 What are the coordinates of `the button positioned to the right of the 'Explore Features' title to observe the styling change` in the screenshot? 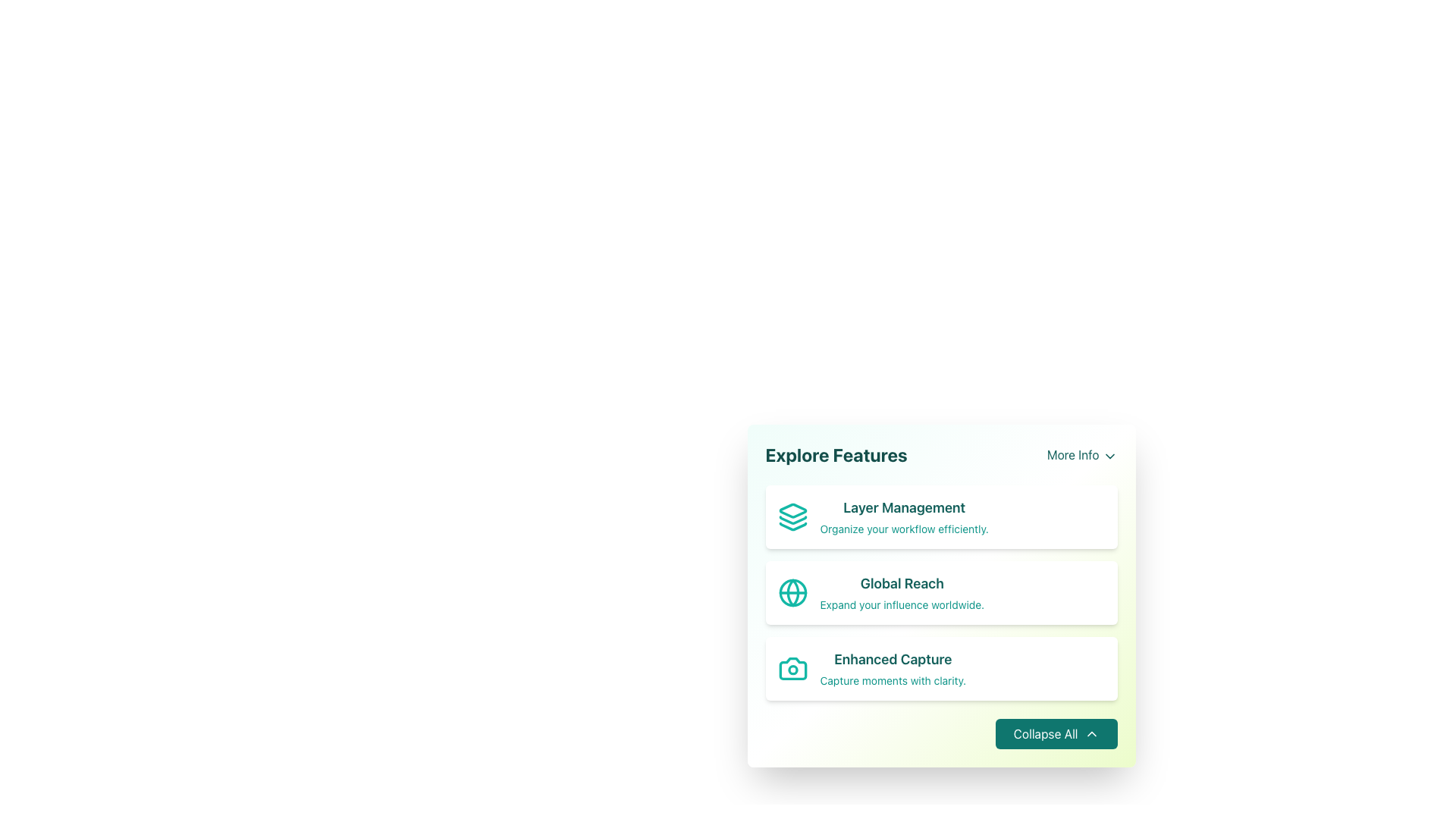 It's located at (1081, 454).